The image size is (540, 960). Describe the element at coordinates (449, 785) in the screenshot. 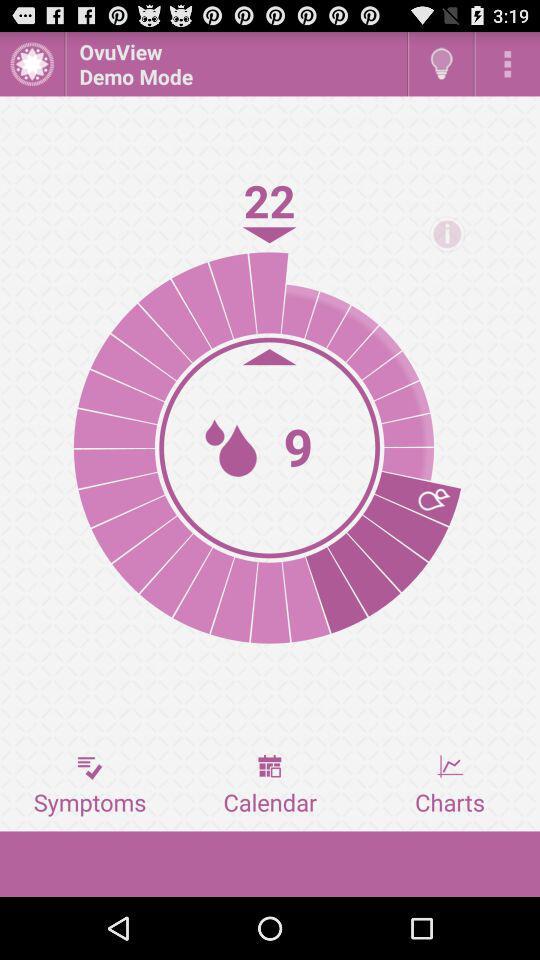

I see `the button to the right of the calendar icon` at that location.